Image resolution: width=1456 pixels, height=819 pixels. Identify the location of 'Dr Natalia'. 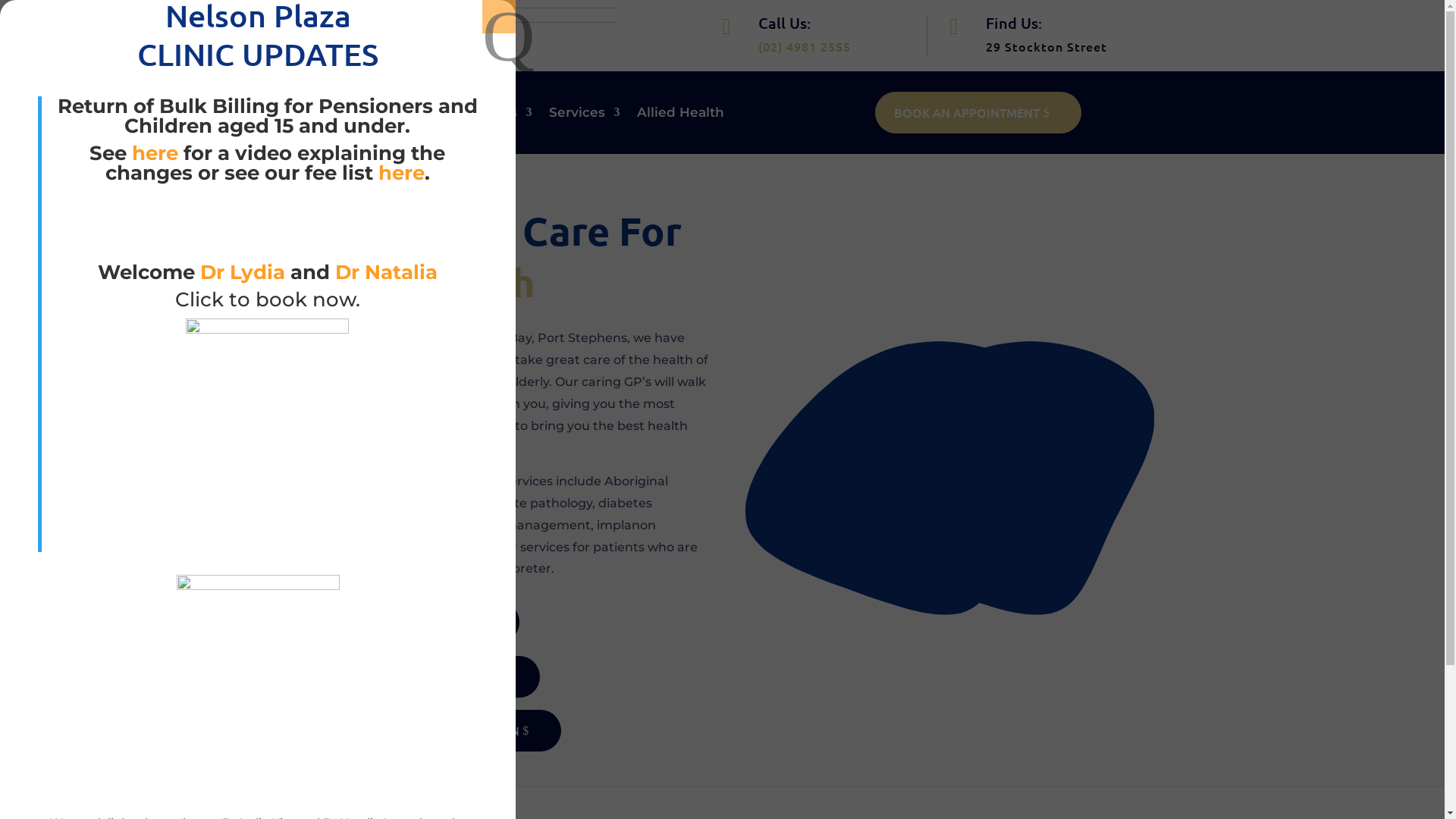
(334, 271).